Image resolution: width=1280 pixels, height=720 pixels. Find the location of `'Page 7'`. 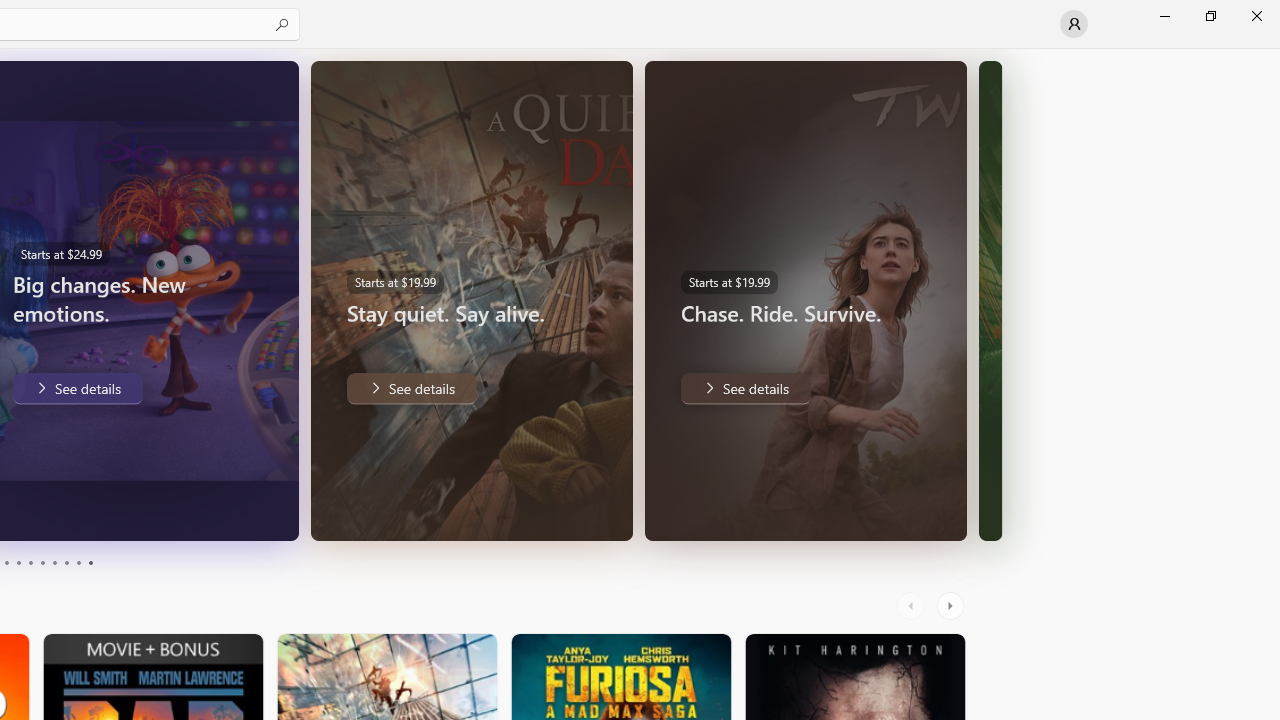

'Page 7' is located at coordinates (54, 563).